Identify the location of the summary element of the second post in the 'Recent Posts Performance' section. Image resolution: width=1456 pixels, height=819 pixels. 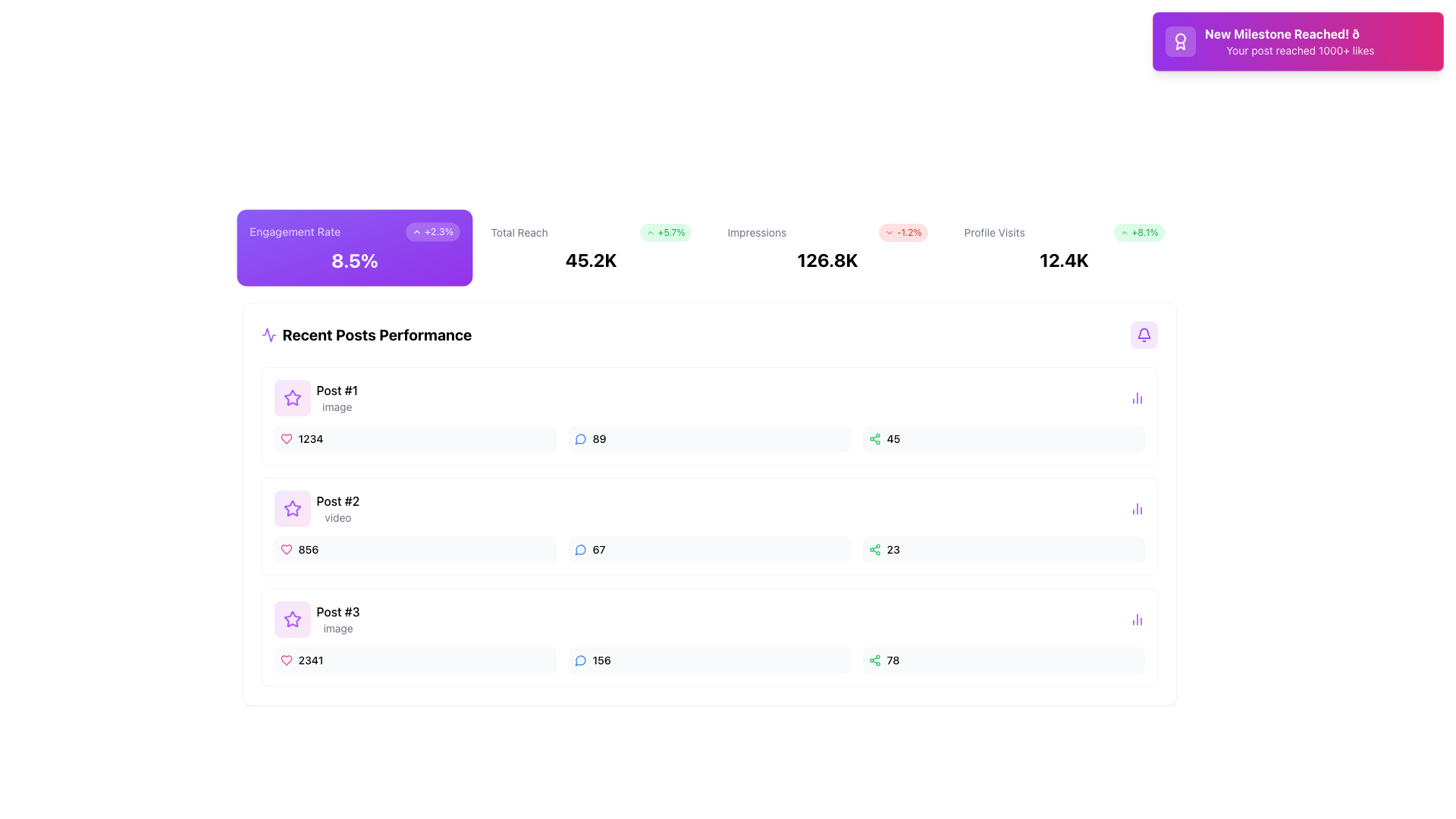
(315, 509).